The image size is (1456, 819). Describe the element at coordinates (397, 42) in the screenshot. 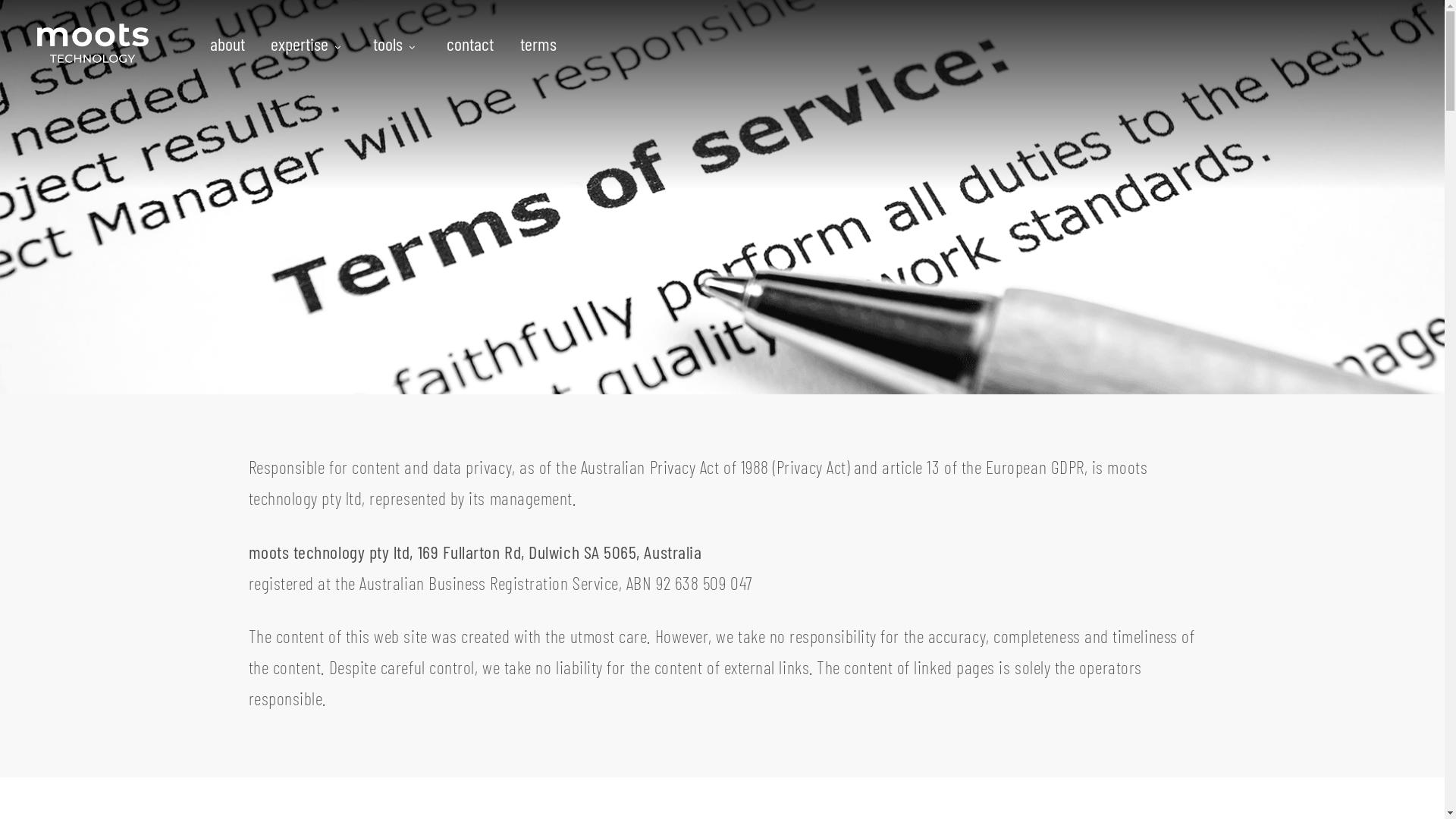

I see `'tools'` at that location.